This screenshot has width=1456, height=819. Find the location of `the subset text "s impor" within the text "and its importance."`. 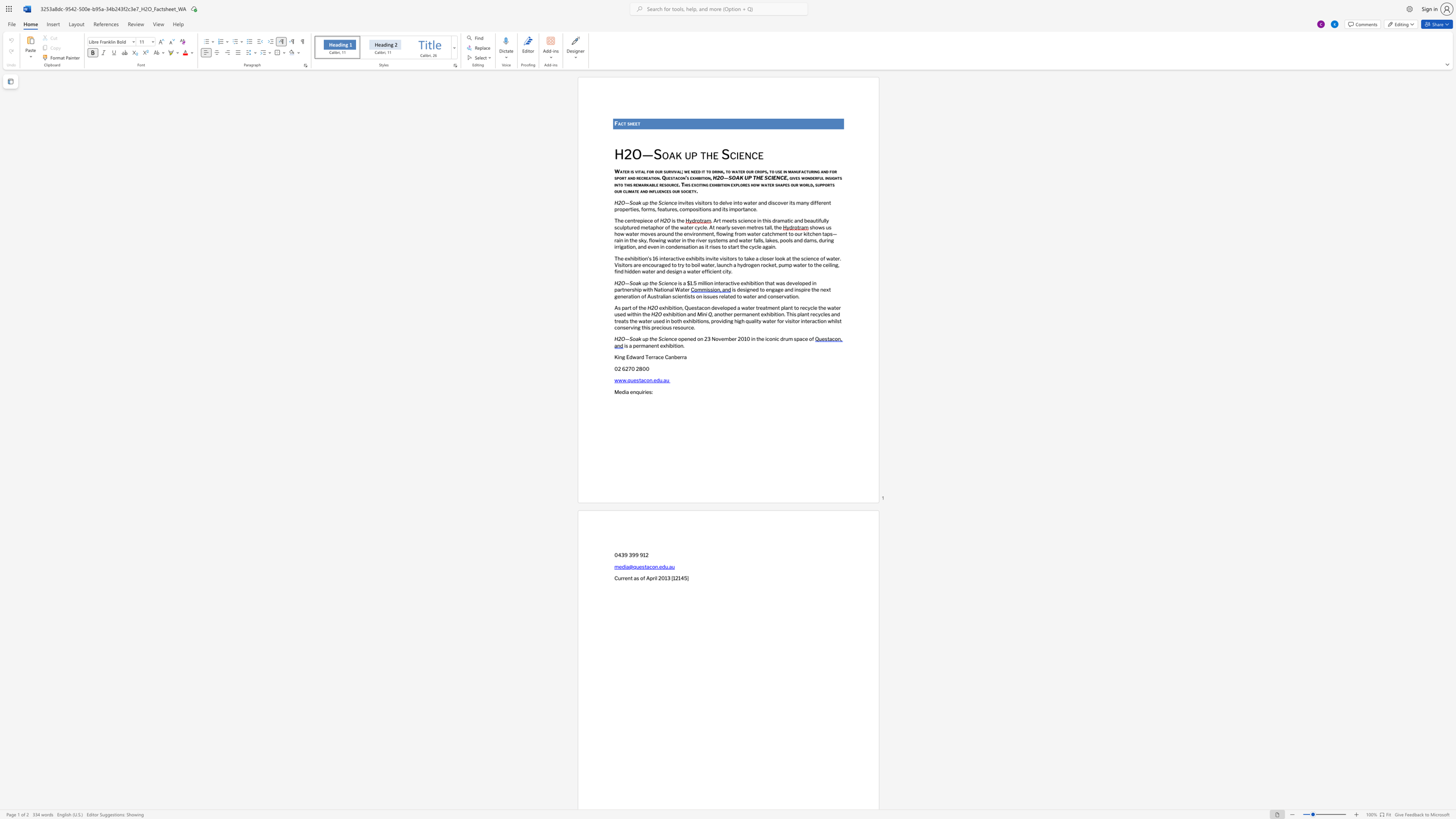

the subset text "s impor" within the text "and its importance." is located at coordinates (725, 209).